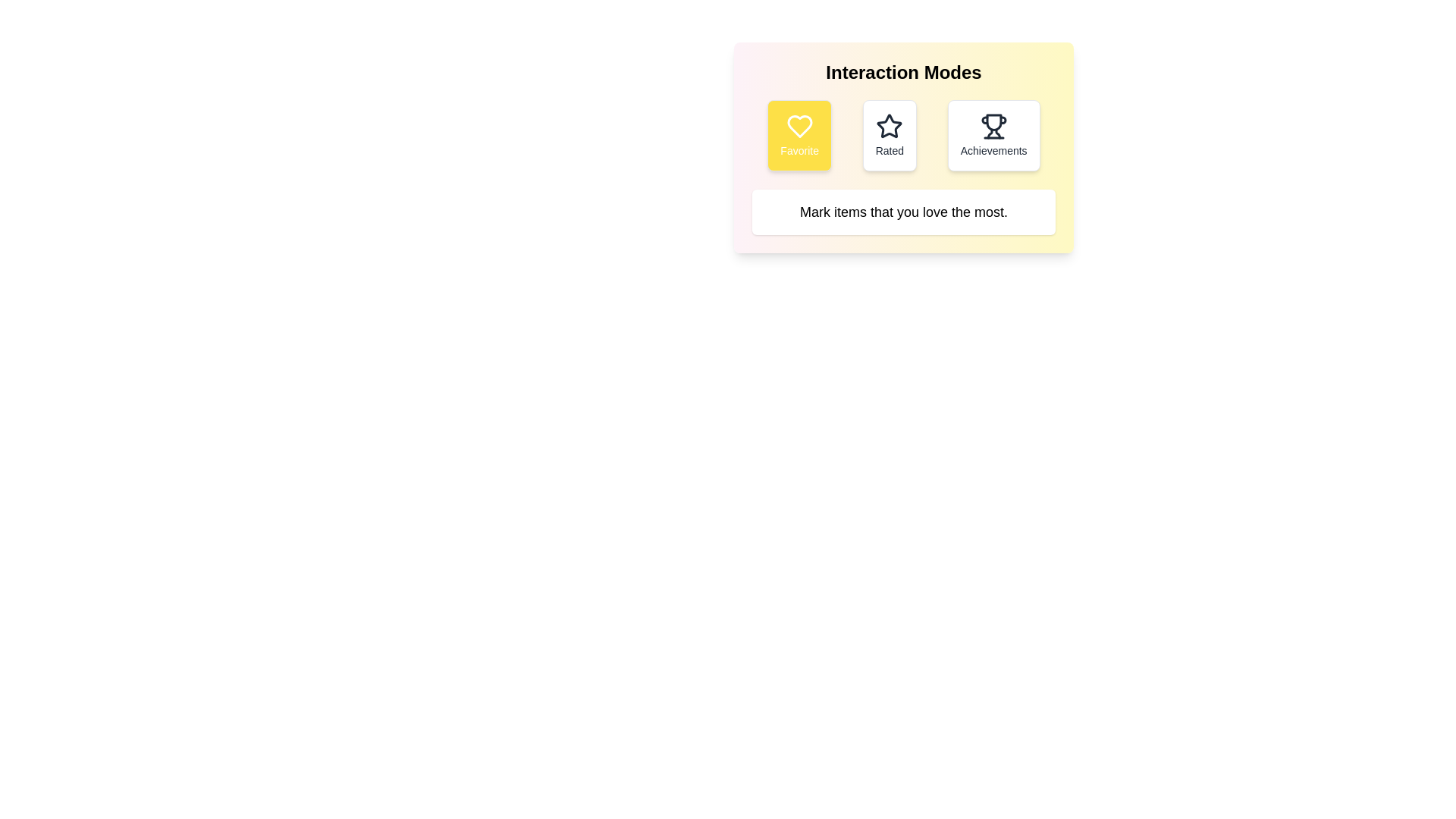 The height and width of the screenshot is (819, 1456). I want to click on the Achievements button to select the corresponding mode, so click(993, 134).